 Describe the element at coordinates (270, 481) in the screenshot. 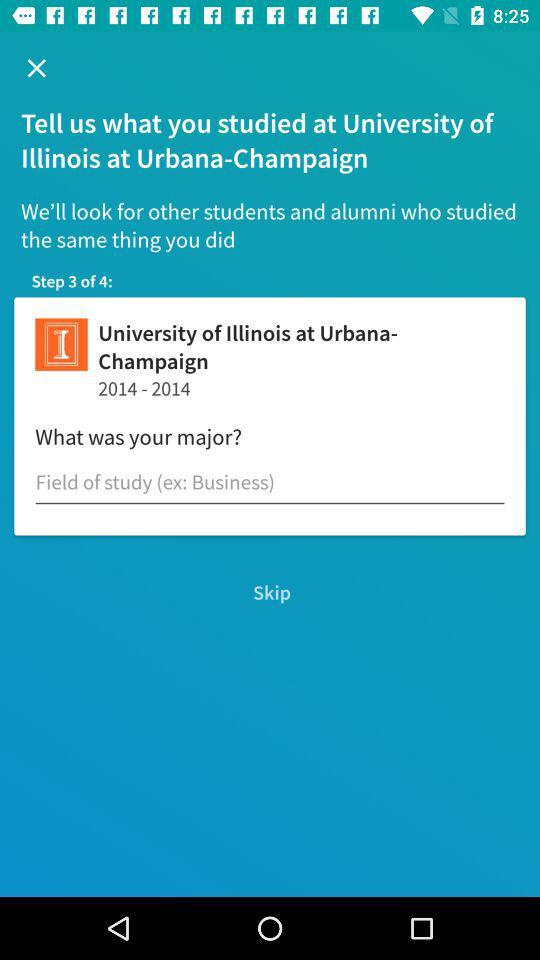

I see `field of study text` at that location.